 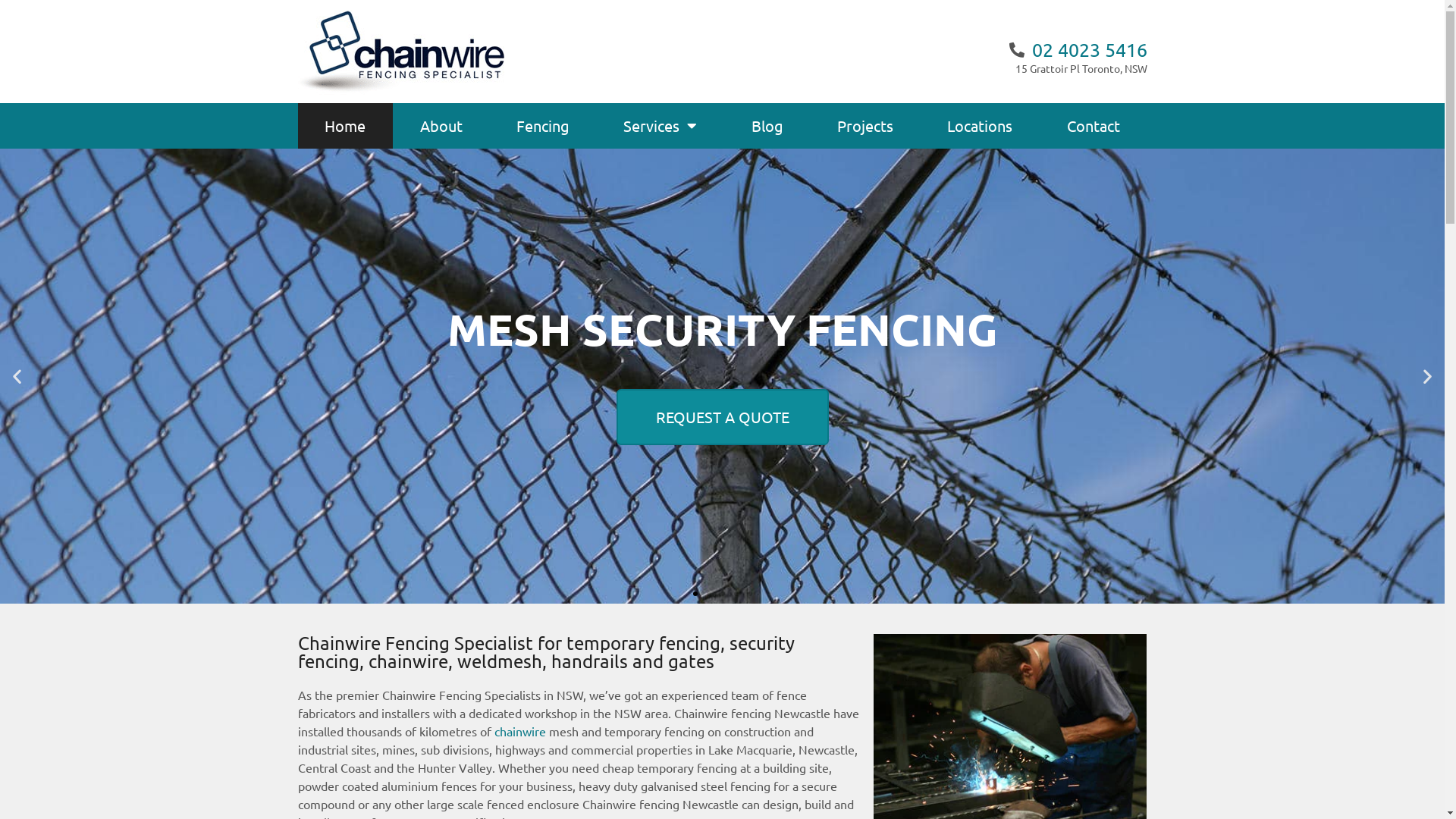 I want to click on 'Blog', so click(x=723, y=124).